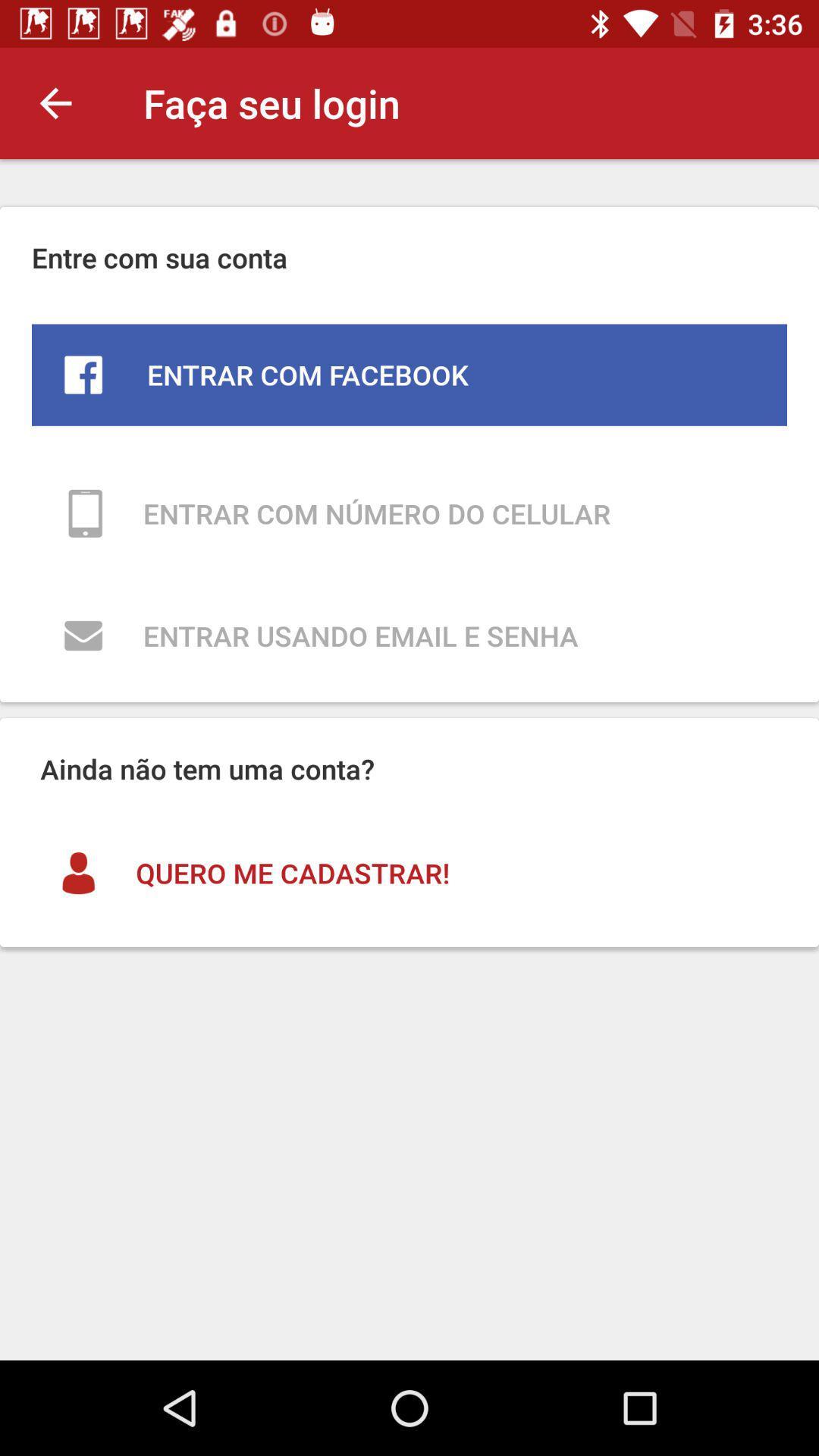  I want to click on the quero me cadastrar! icon, so click(409, 873).